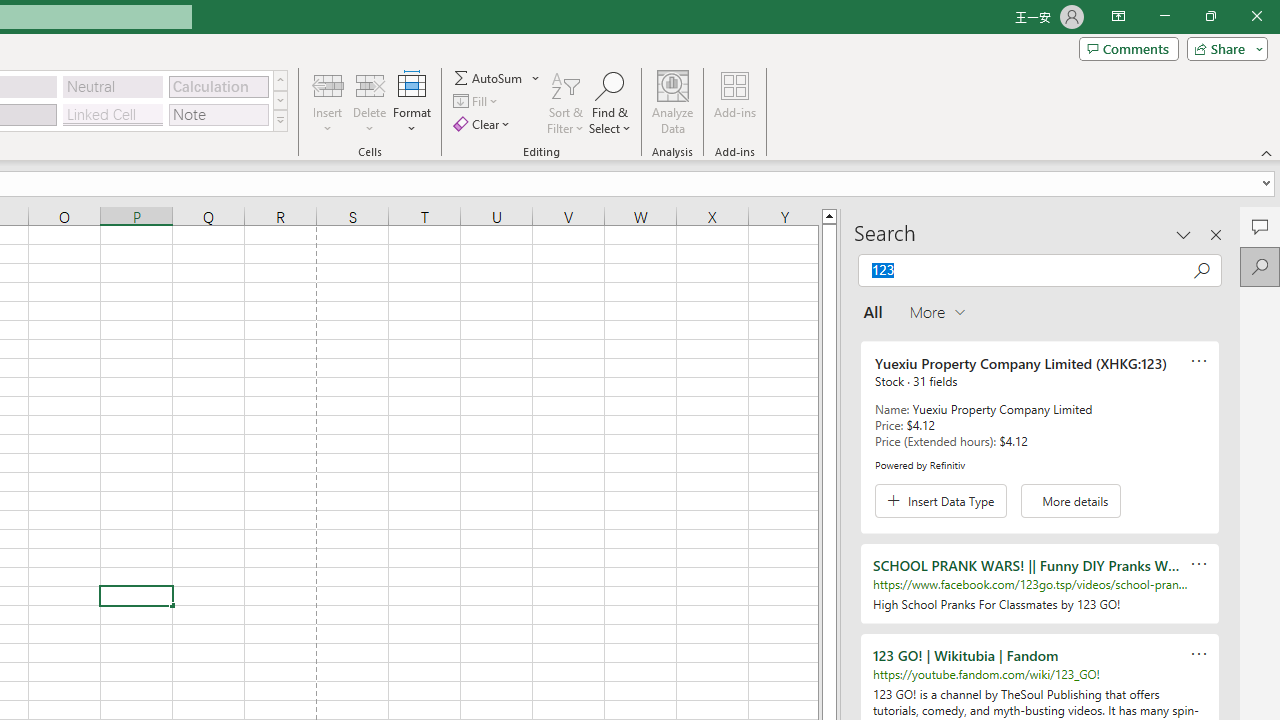 Image resolution: width=1280 pixels, height=720 pixels. What do you see at coordinates (328, 84) in the screenshot?
I see `'Insert Cells'` at bounding box center [328, 84].